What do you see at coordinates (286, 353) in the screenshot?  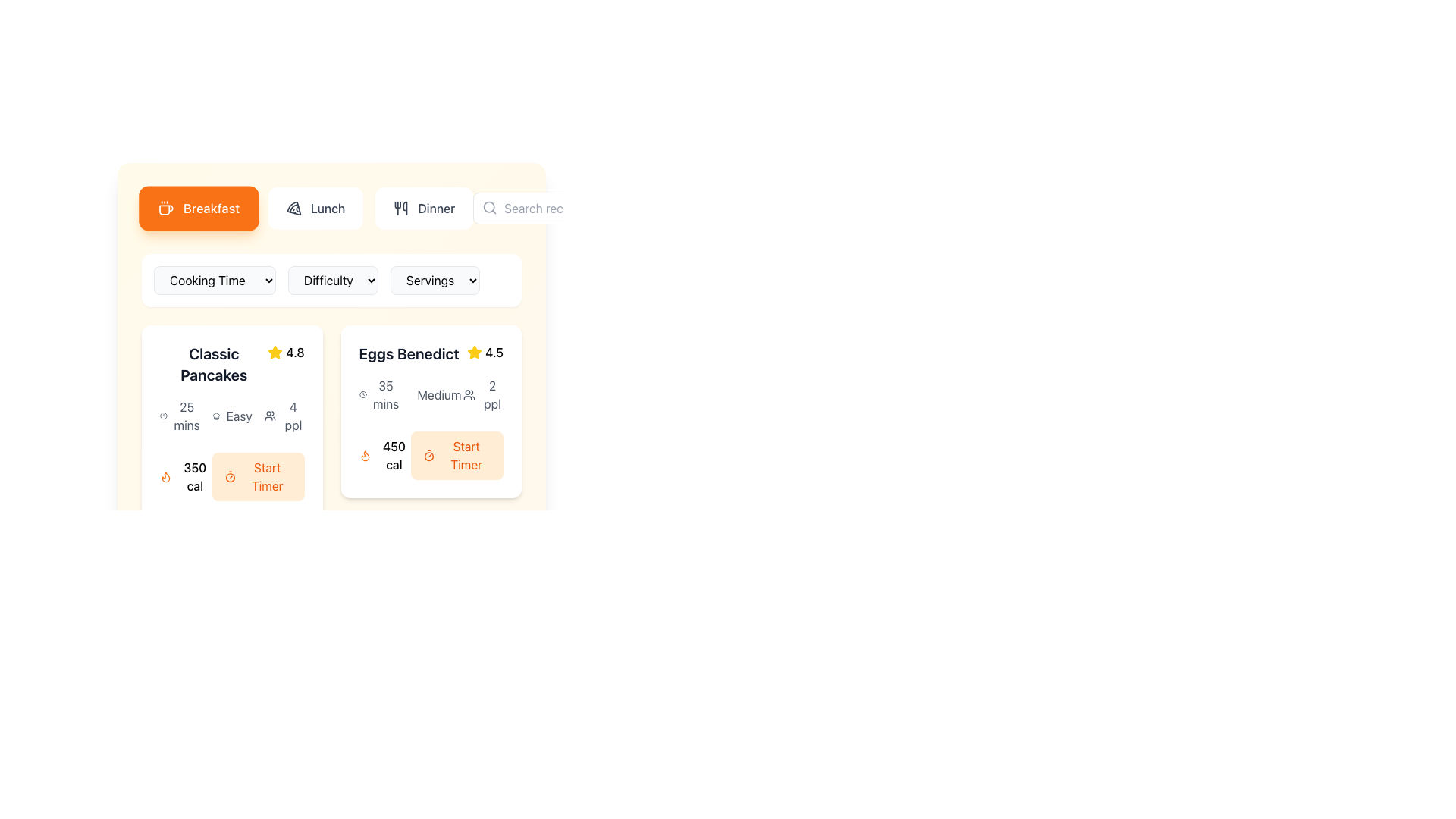 I see `the rating indicator element displaying a yellow star icon and the text '4.8' located in the 'Classic Pancakes' card, positioned at the top-right corner aligned with the title` at bounding box center [286, 353].